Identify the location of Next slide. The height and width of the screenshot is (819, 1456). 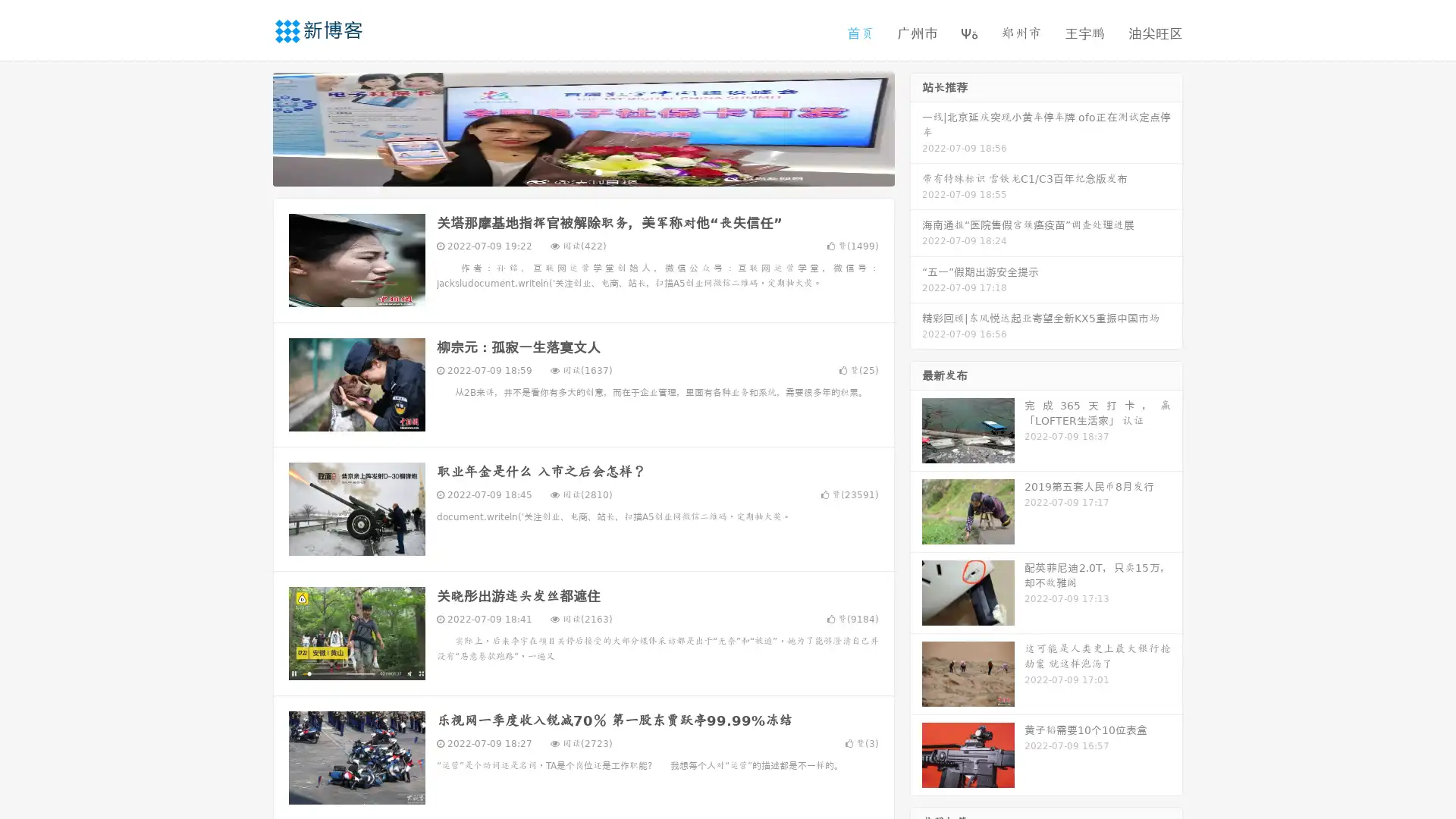
(916, 127).